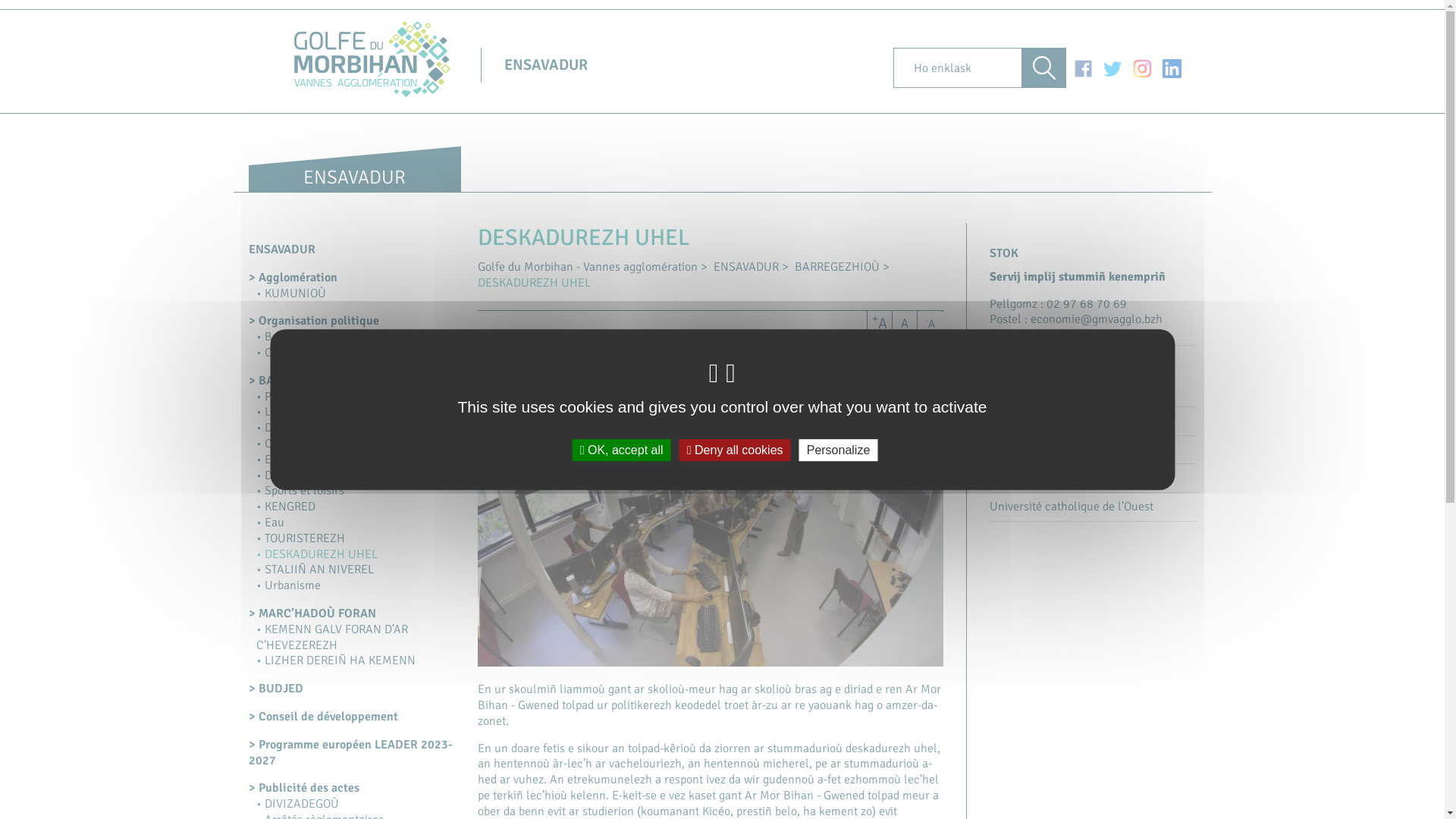 This screenshot has height=819, width=1456. I want to click on 'Bureau communautaire', so click(321, 335).